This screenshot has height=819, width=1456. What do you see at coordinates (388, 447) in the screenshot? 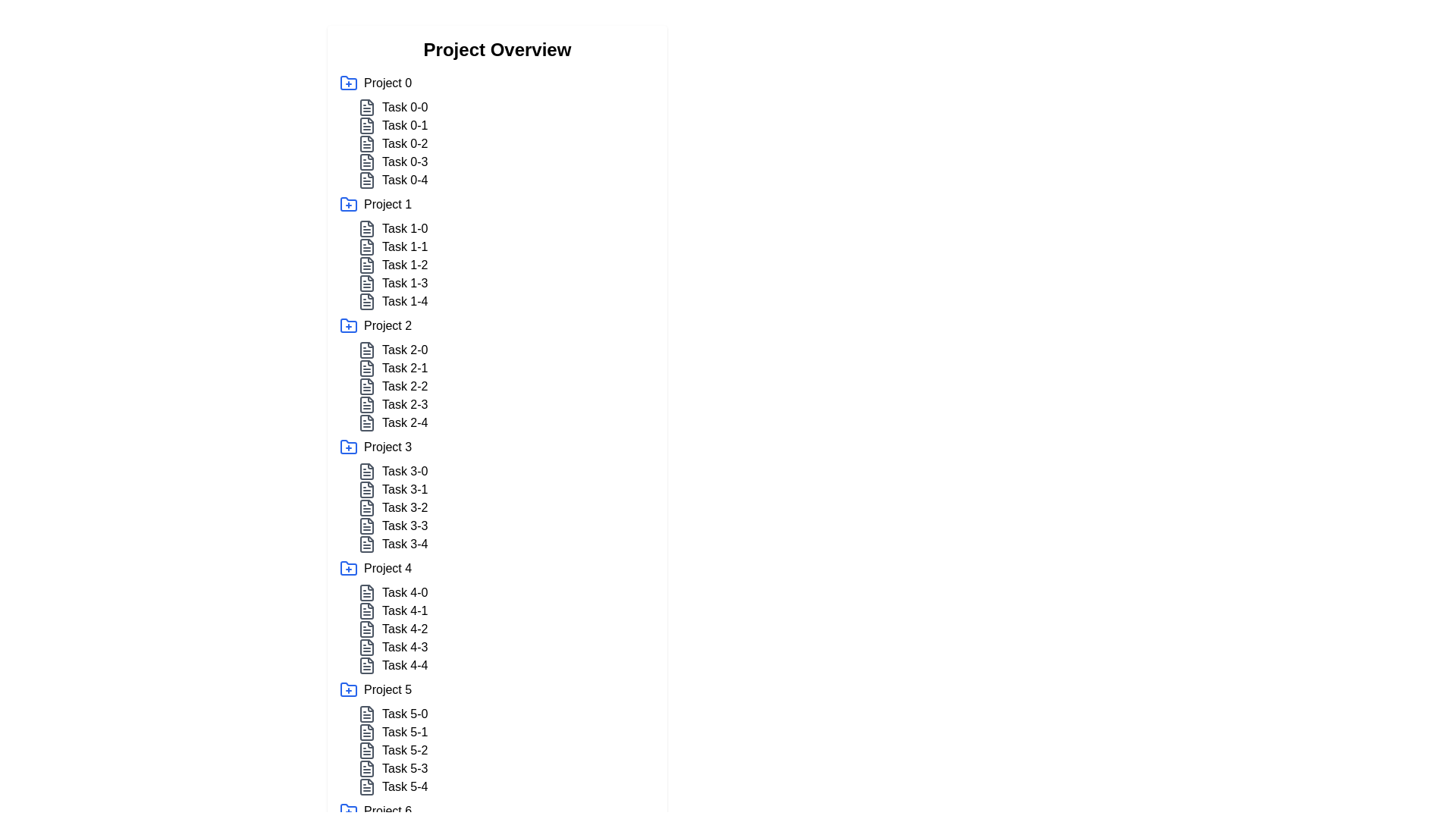
I see `the Text Label that identifies 'Project 3', located in the fourth group under 'Project Overview'` at bounding box center [388, 447].